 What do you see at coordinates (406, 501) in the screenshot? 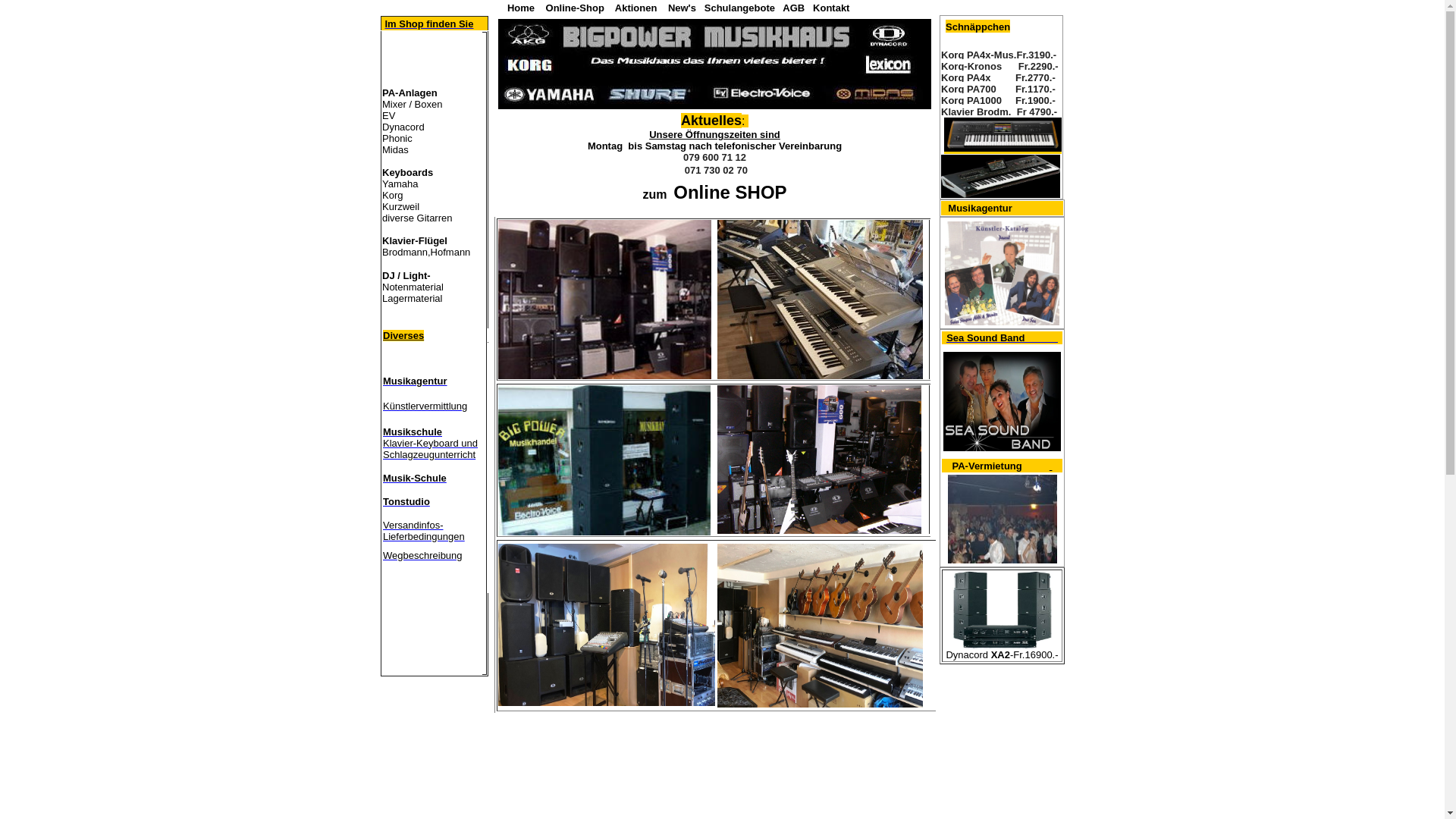
I see `'Tonstudio'` at bounding box center [406, 501].